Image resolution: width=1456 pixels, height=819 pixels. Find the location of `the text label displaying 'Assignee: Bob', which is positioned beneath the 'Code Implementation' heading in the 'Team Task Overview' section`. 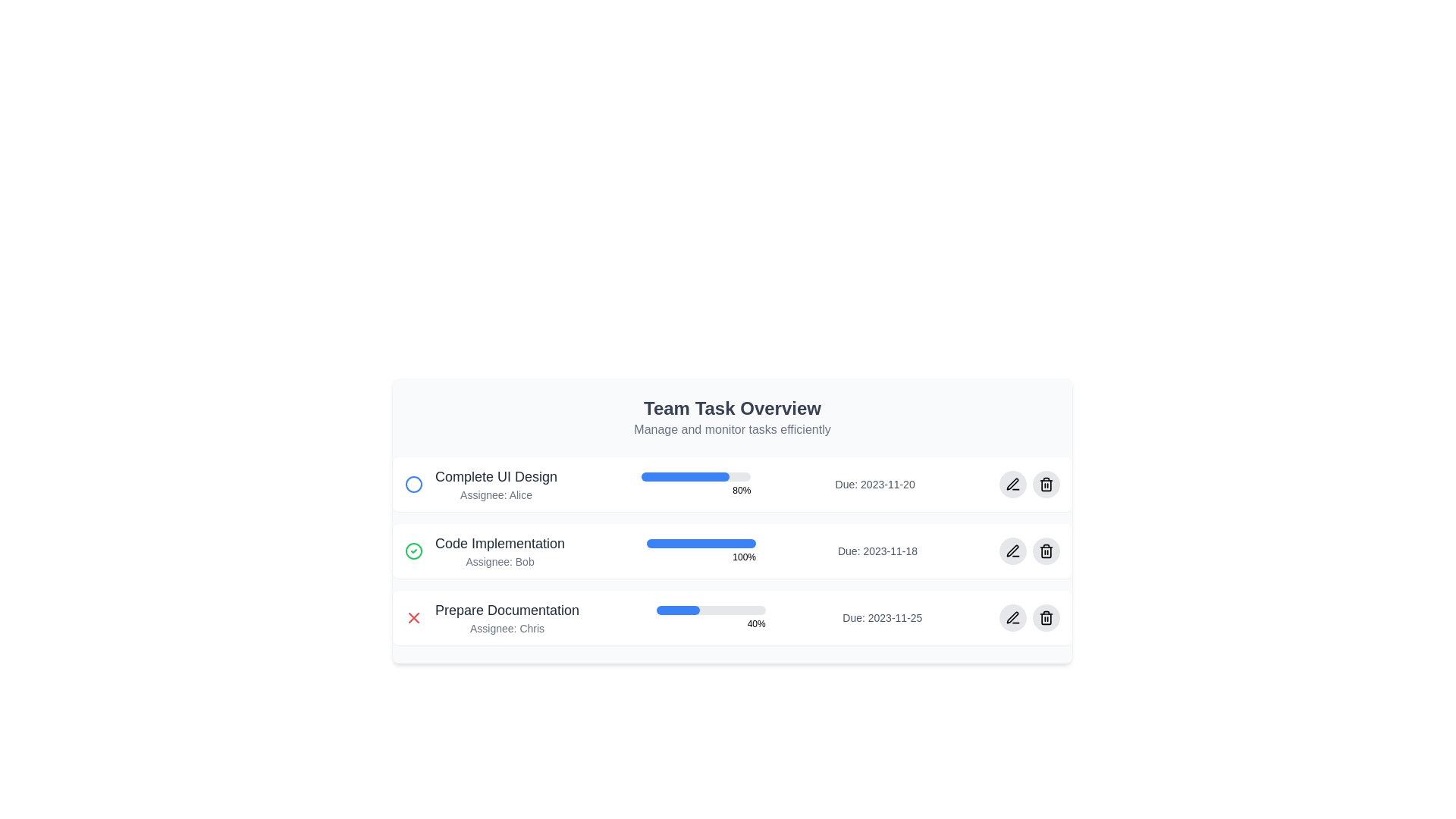

the text label displaying 'Assignee: Bob', which is positioned beneath the 'Code Implementation' heading in the 'Team Task Overview' section is located at coordinates (500, 561).